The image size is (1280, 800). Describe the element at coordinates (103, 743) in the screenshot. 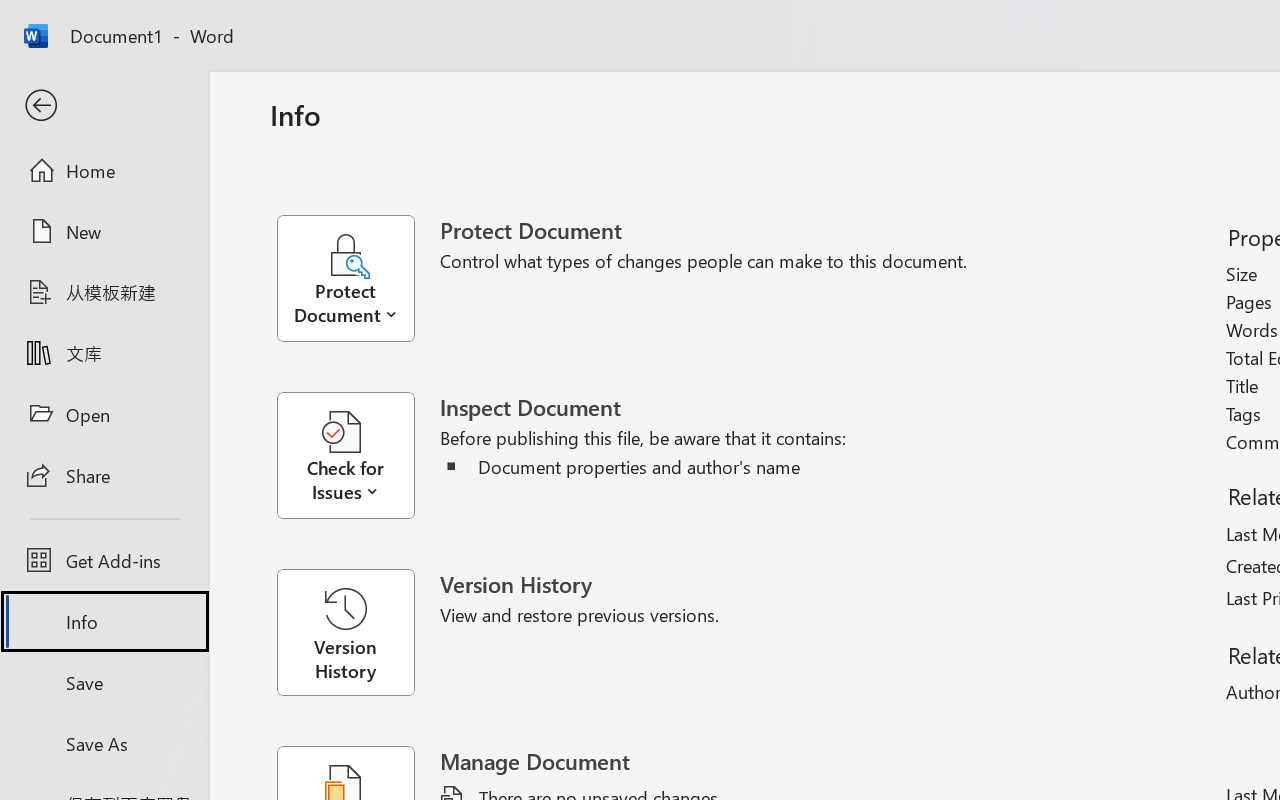

I see `'Save As'` at that location.